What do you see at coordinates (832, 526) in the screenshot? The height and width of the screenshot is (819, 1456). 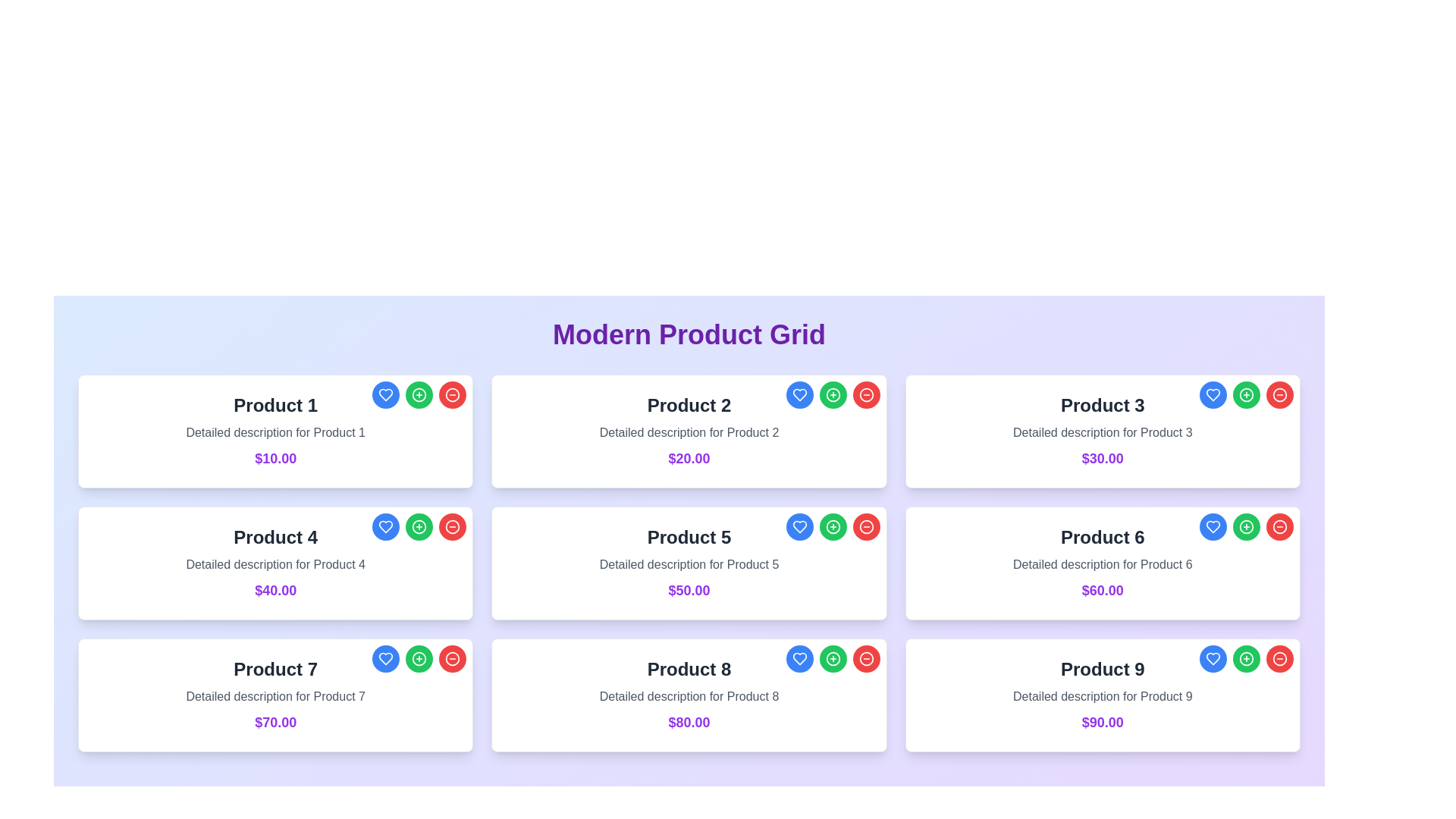 I see `the interactive button for 'Product 5' located in the top-right corner of its card` at bounding box center [832, 526].